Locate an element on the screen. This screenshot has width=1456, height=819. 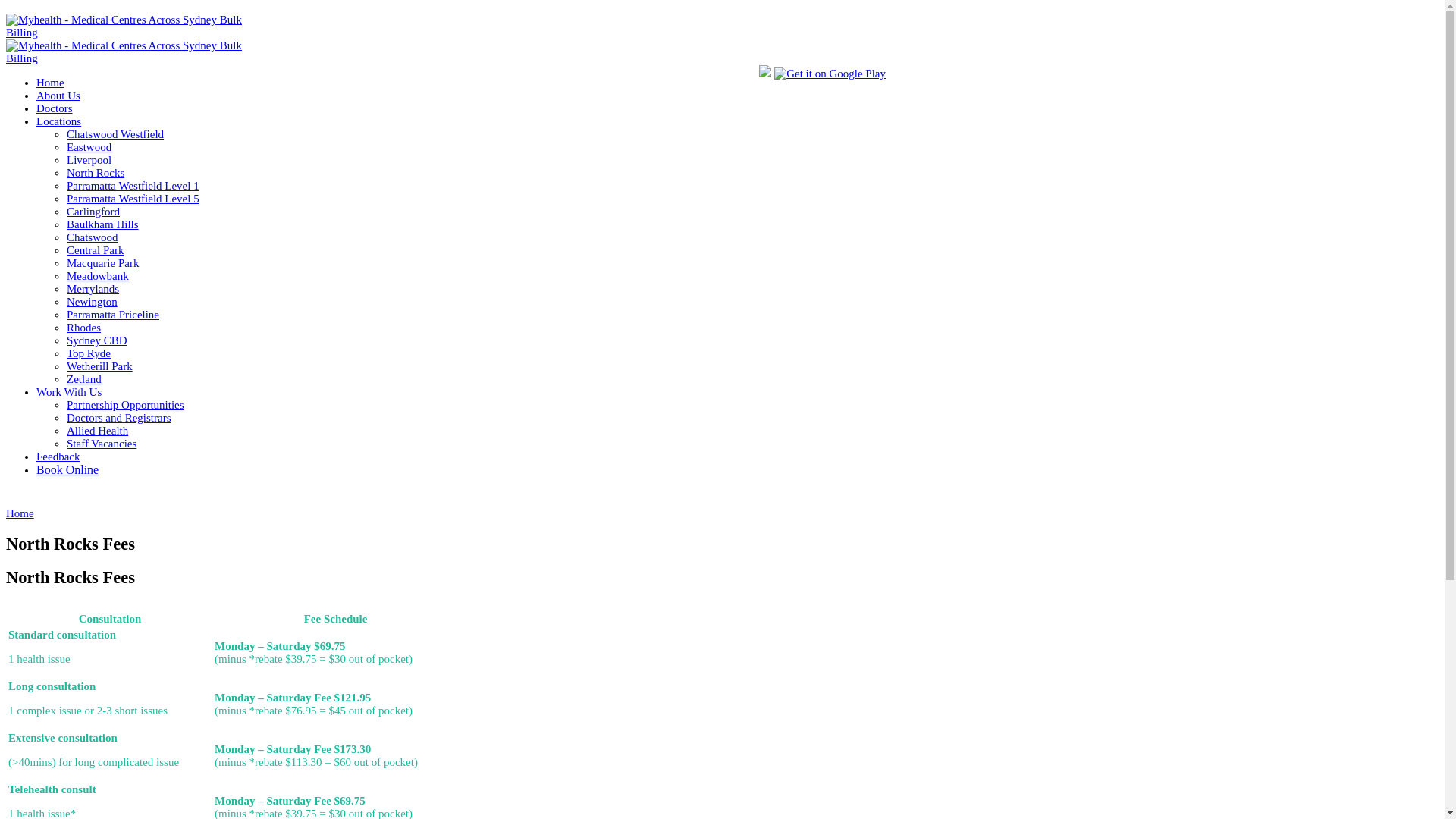
'Staff Vacancies' is located at coordinates (101, 444).